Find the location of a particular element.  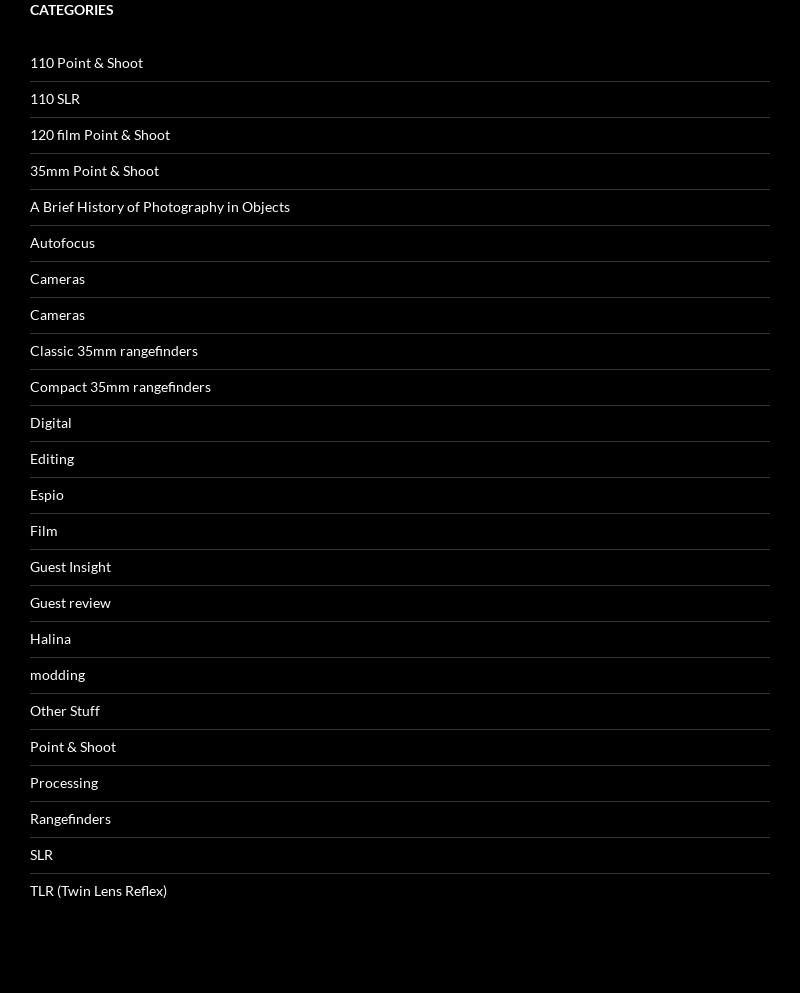

'Film' is located at coordinates (43, 248).